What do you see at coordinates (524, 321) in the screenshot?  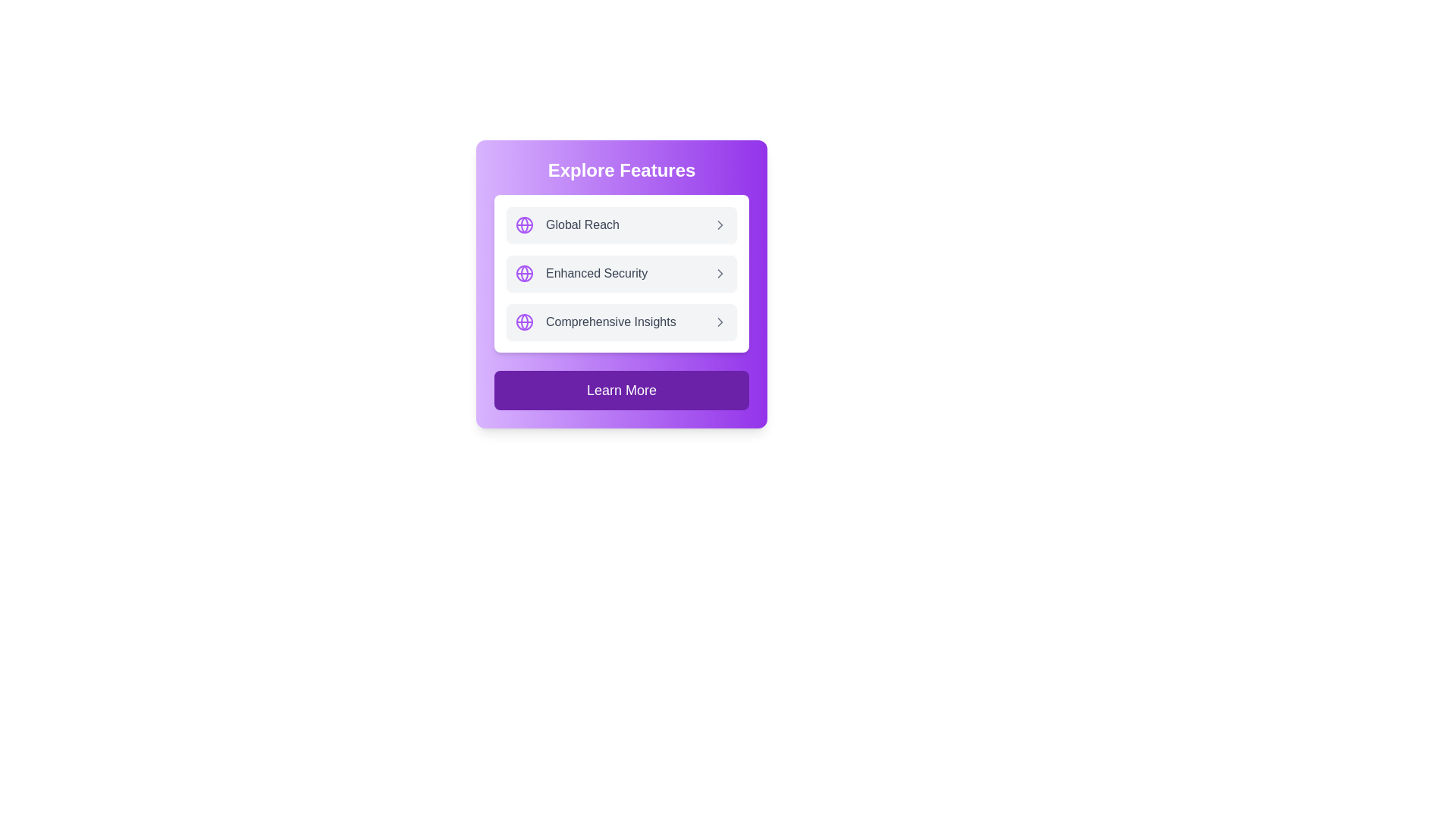 I see `the global coverage icon representing the 'Comprehensive Insights' feature by moving the cursor to its center point` at bounding box center [524, 321].